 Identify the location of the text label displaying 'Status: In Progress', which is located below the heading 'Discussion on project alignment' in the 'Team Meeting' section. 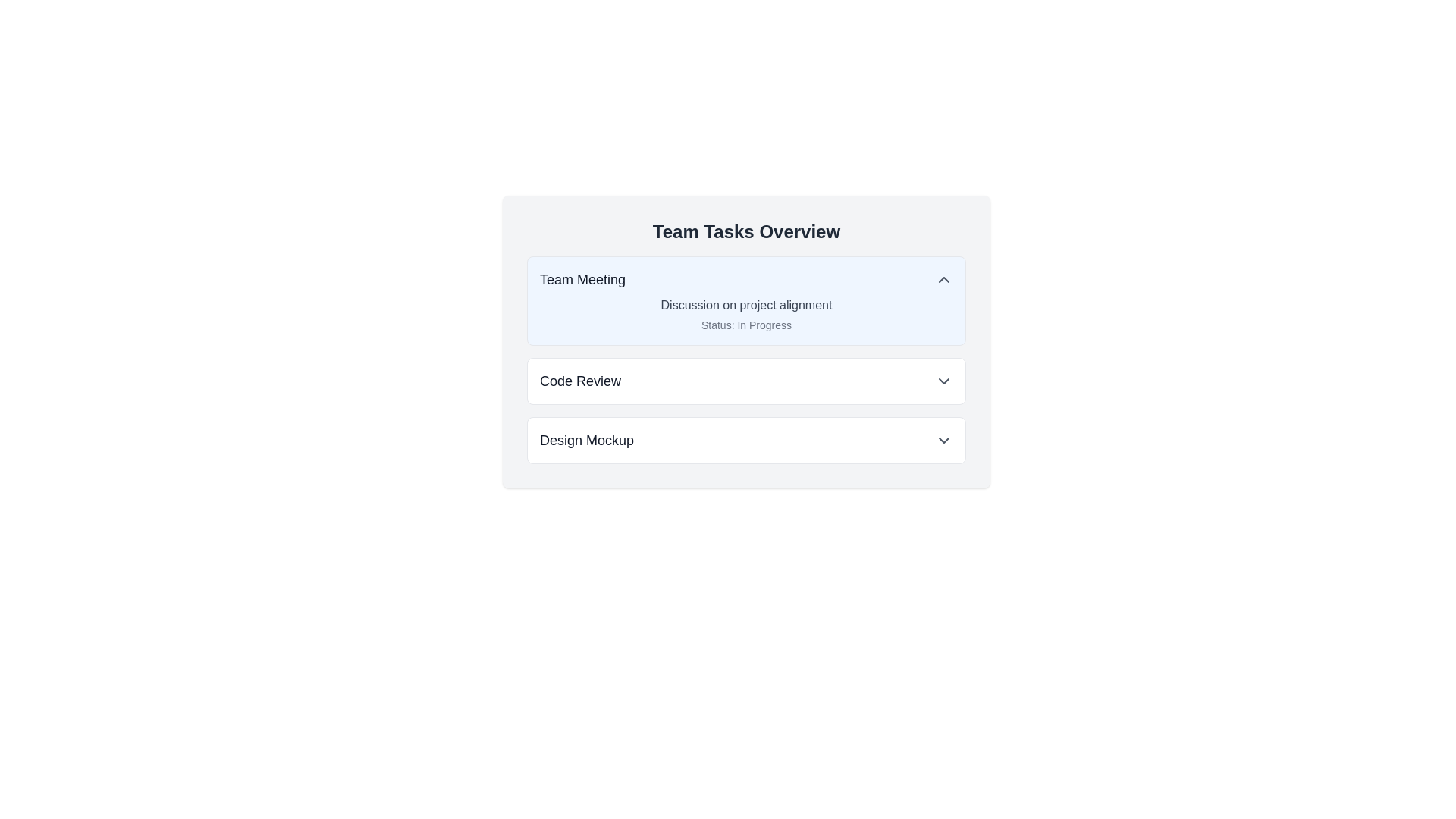
(746, 324).